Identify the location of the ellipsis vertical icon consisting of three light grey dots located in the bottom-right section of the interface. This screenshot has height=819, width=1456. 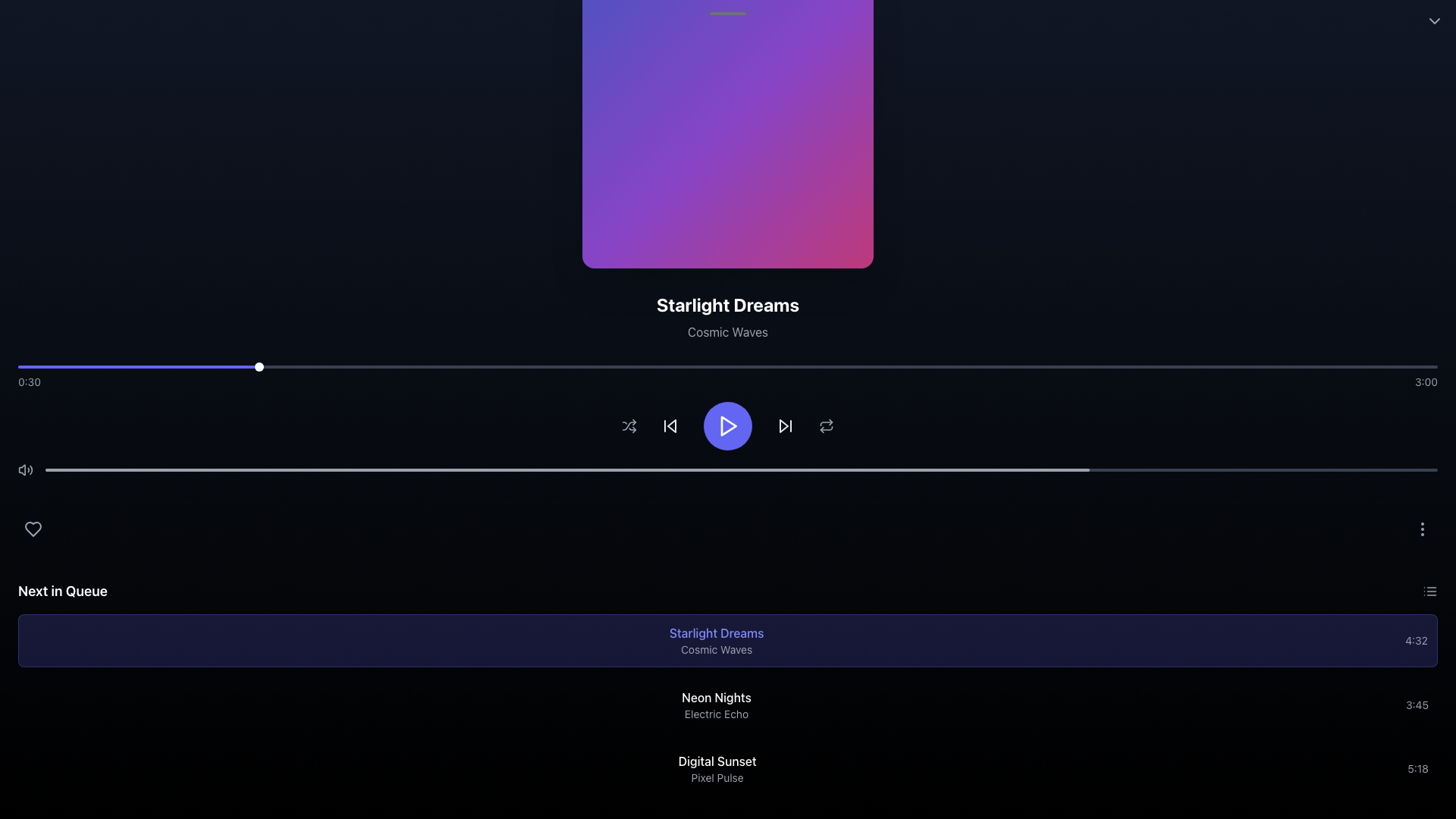
(1422, 529).